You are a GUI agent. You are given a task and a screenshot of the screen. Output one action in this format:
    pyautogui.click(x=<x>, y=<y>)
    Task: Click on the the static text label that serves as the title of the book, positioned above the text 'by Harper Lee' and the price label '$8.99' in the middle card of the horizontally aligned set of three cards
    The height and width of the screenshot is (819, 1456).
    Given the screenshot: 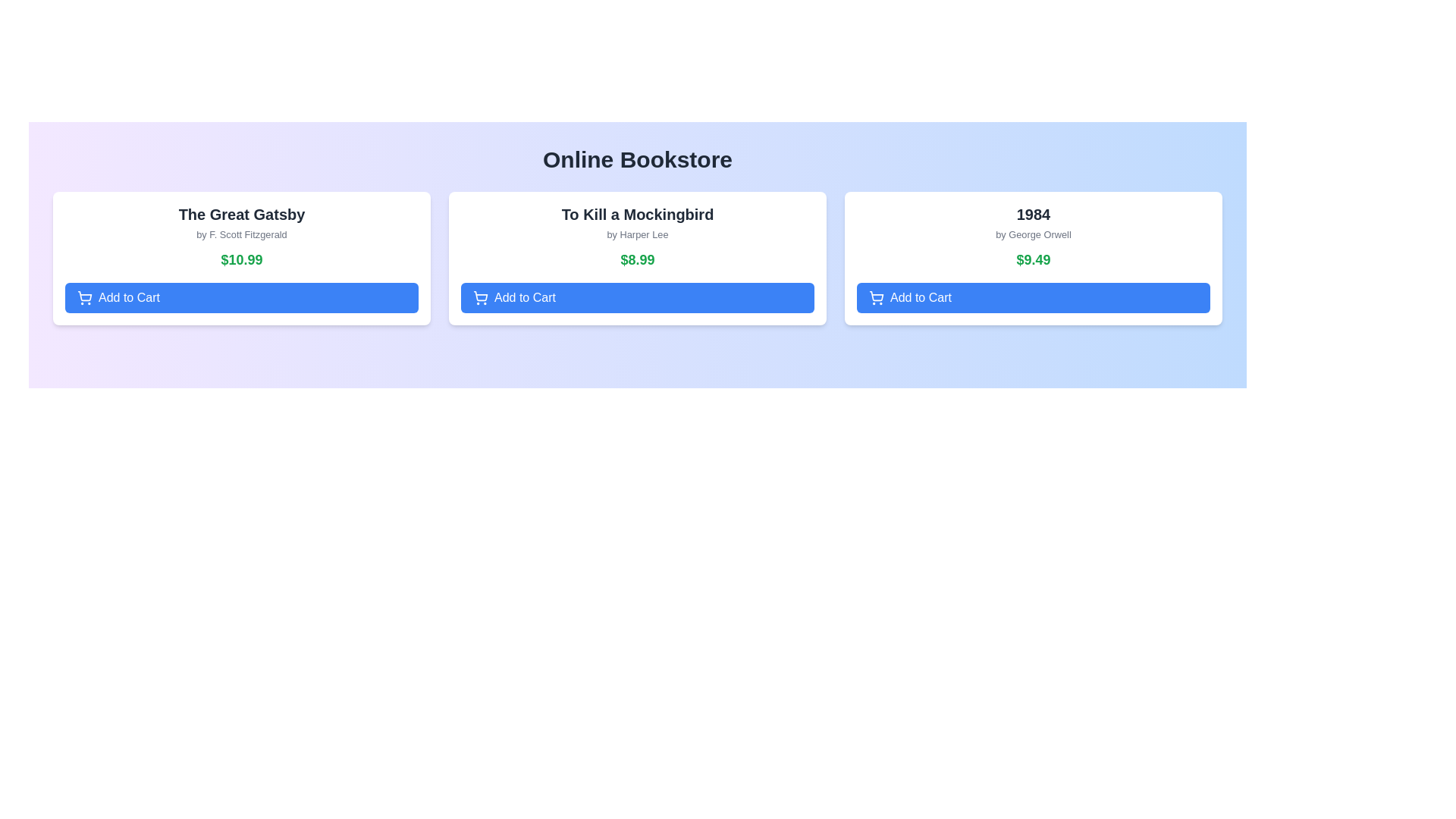 What is the action you would take?
    pyautogui.click(x=637, y=214)
    